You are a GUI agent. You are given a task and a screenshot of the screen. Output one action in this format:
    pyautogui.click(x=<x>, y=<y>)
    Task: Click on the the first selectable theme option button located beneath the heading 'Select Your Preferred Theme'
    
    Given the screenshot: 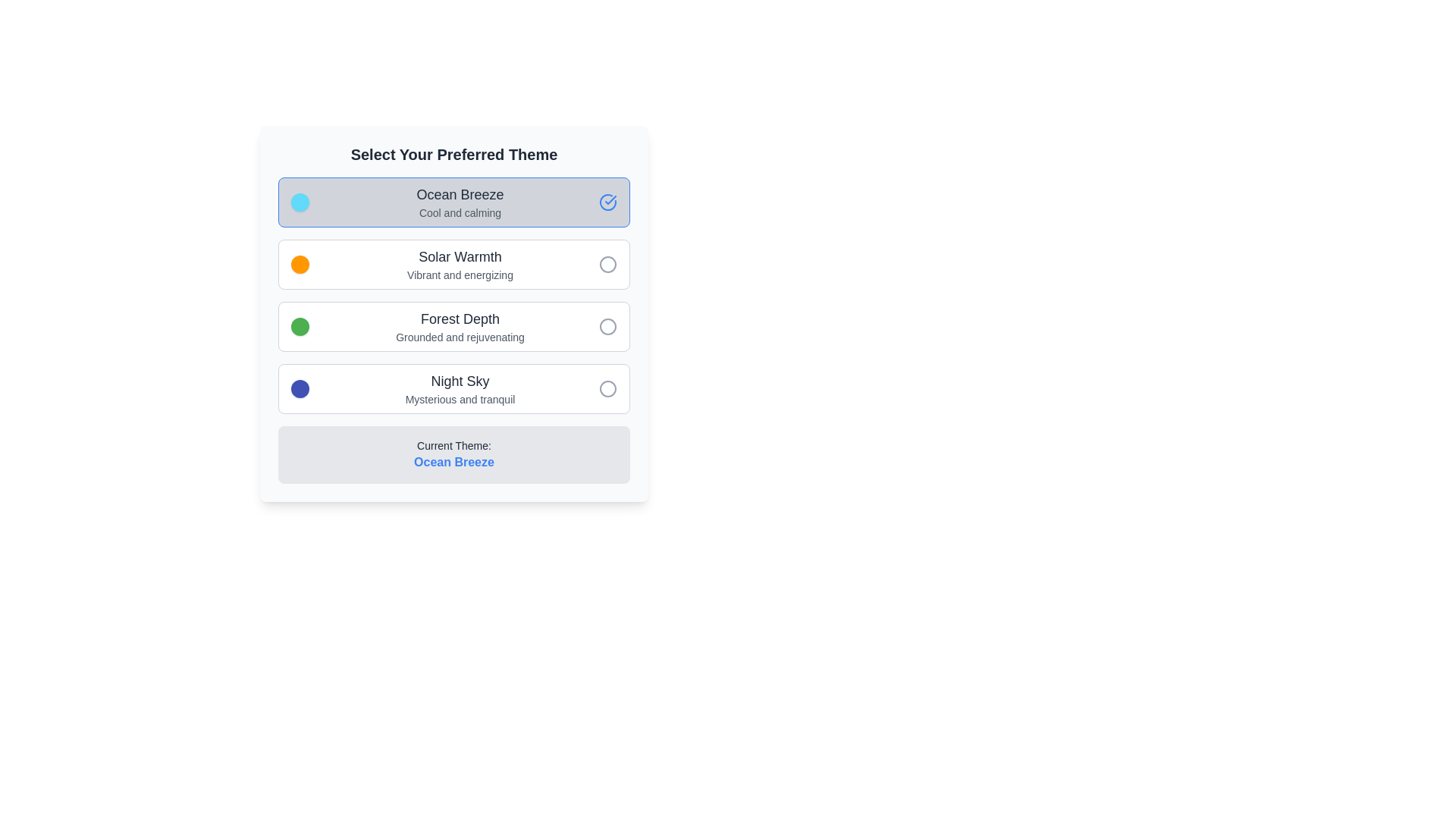 What is the action you would take?
    pyautogui.click(x=453, y=201)
    